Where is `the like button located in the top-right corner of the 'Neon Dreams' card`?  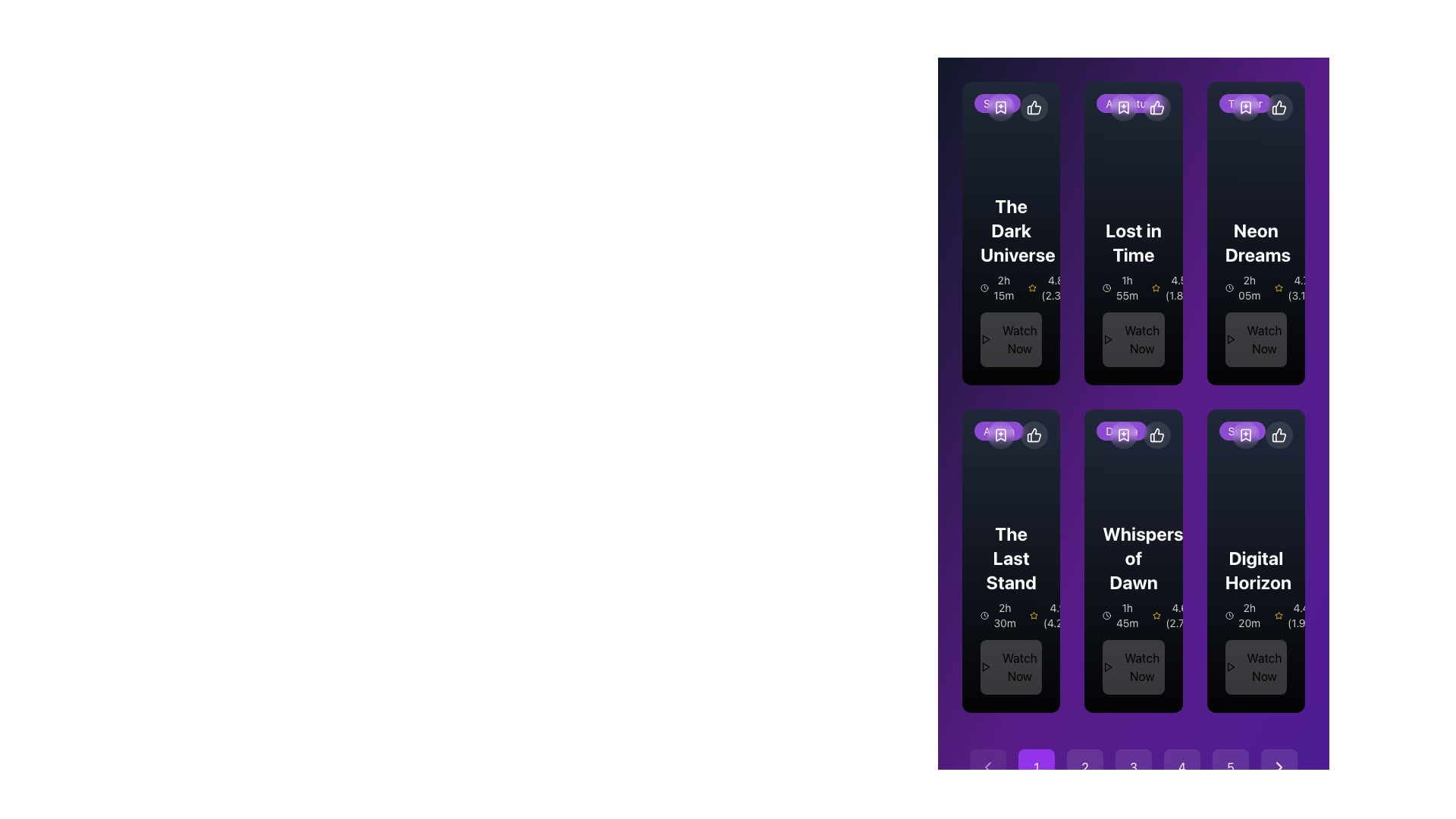
the like button located in the top-right corner of the 'Neon Dreams' card is located at coordinates (1278, 107).